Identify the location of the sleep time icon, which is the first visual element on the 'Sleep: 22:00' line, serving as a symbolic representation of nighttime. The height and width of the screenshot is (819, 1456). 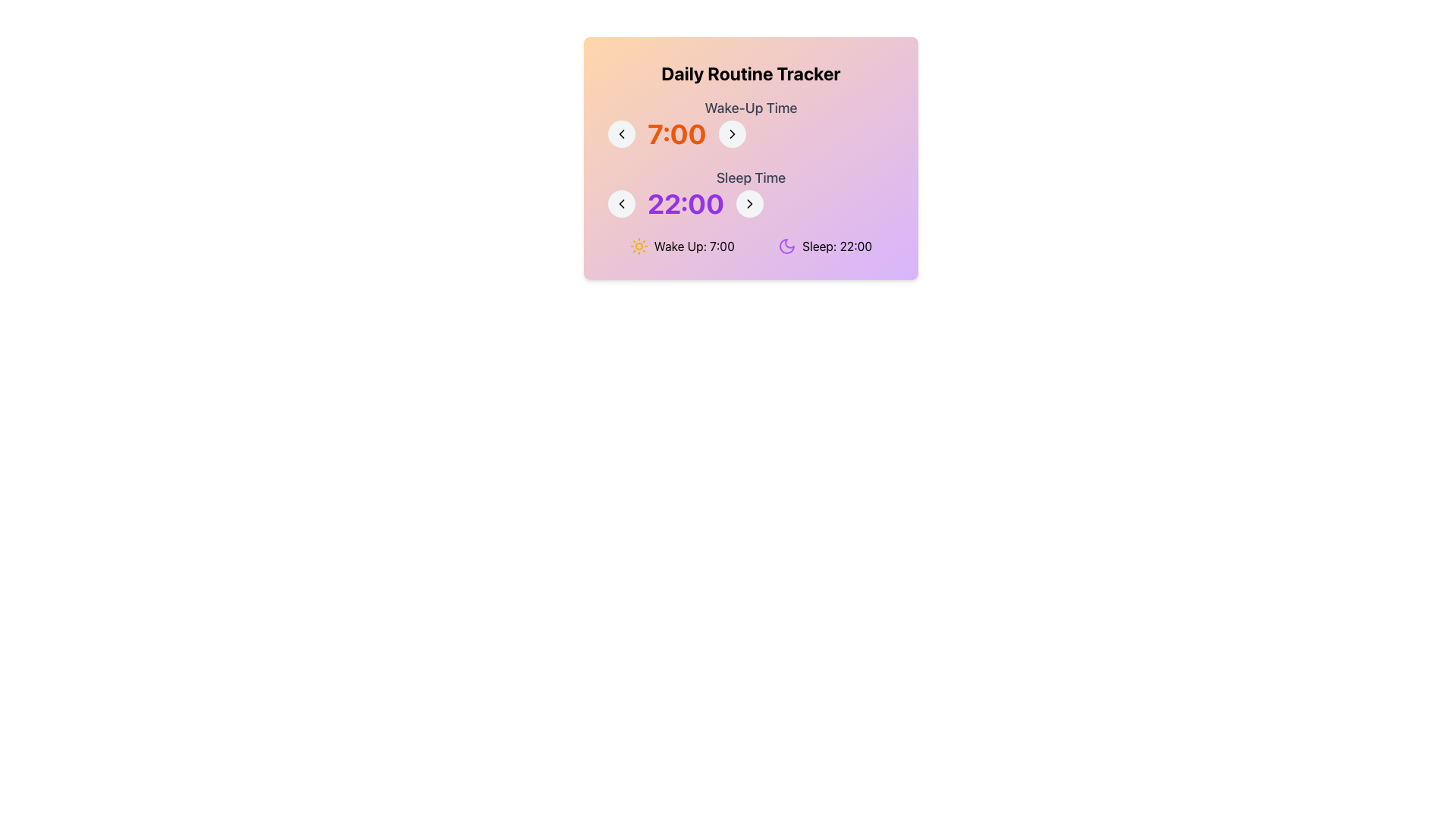
(787, 245).